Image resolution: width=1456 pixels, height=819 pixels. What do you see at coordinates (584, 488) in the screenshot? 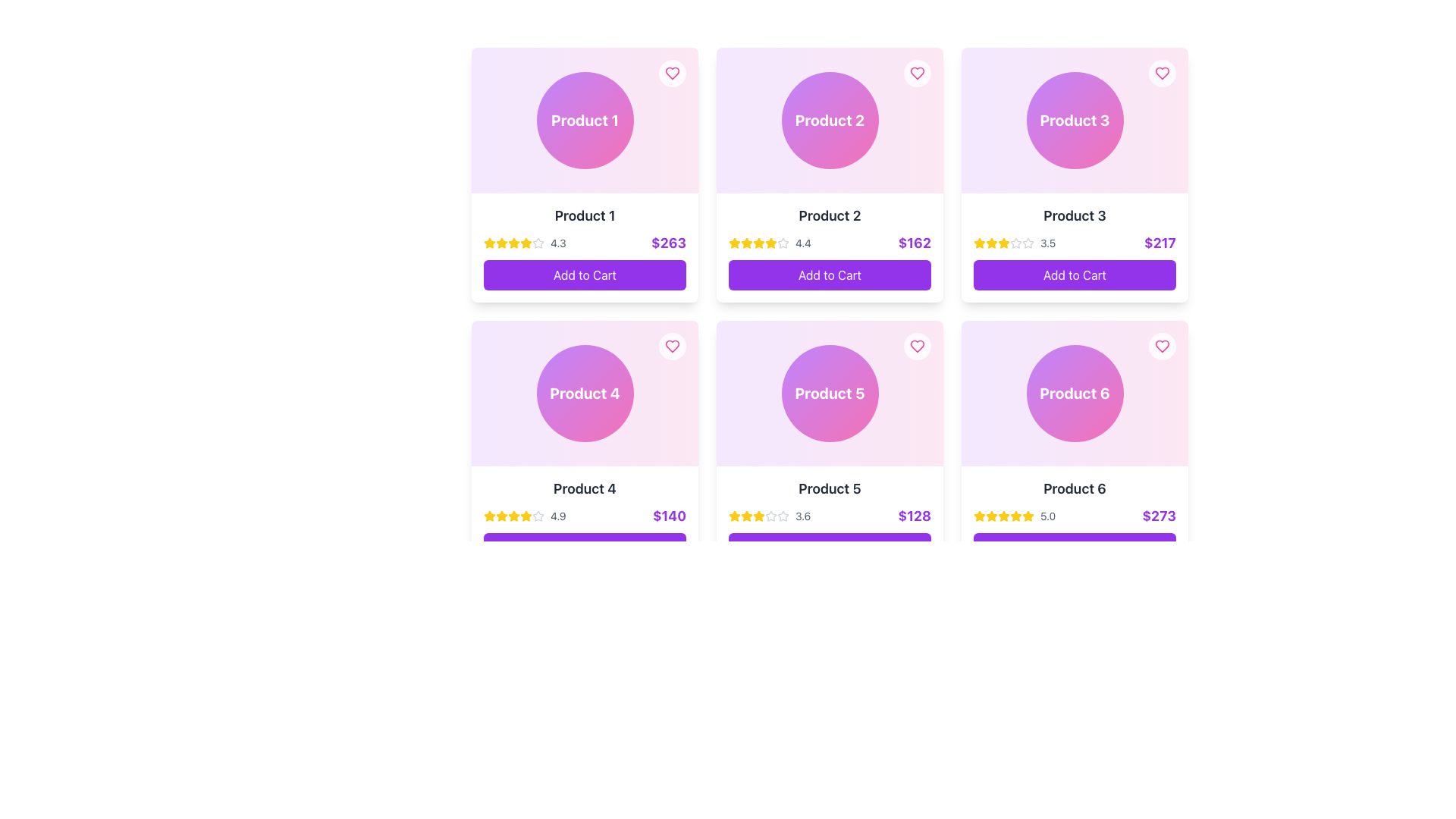
I see `the static text label 'Product 4' which is styled in a large, bold, dark font and located in the second row, first column of a grid of product cards` at bounding box center [584, 488].